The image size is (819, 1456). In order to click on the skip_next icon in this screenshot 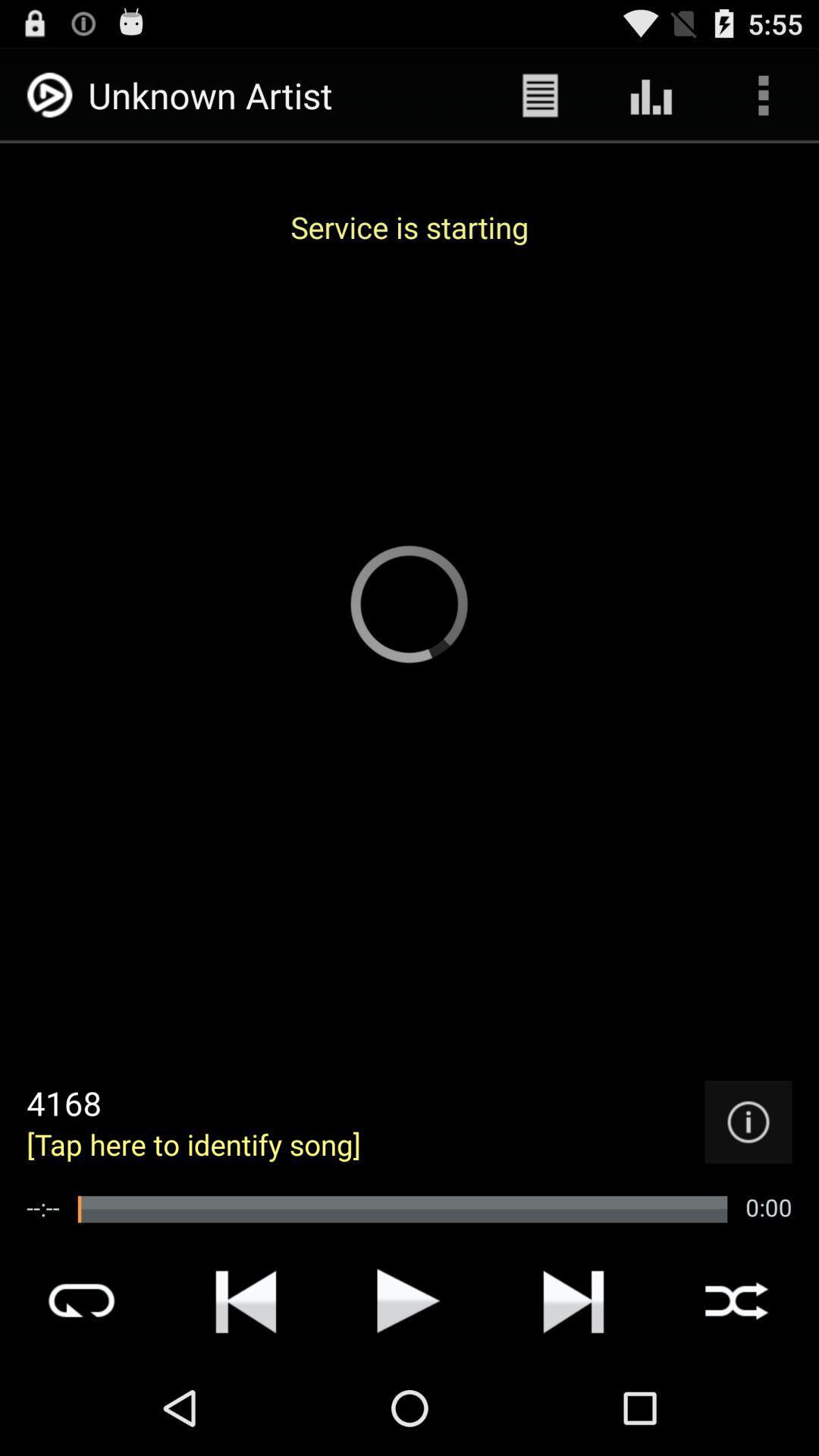, I will do `click(573, 1392)`.